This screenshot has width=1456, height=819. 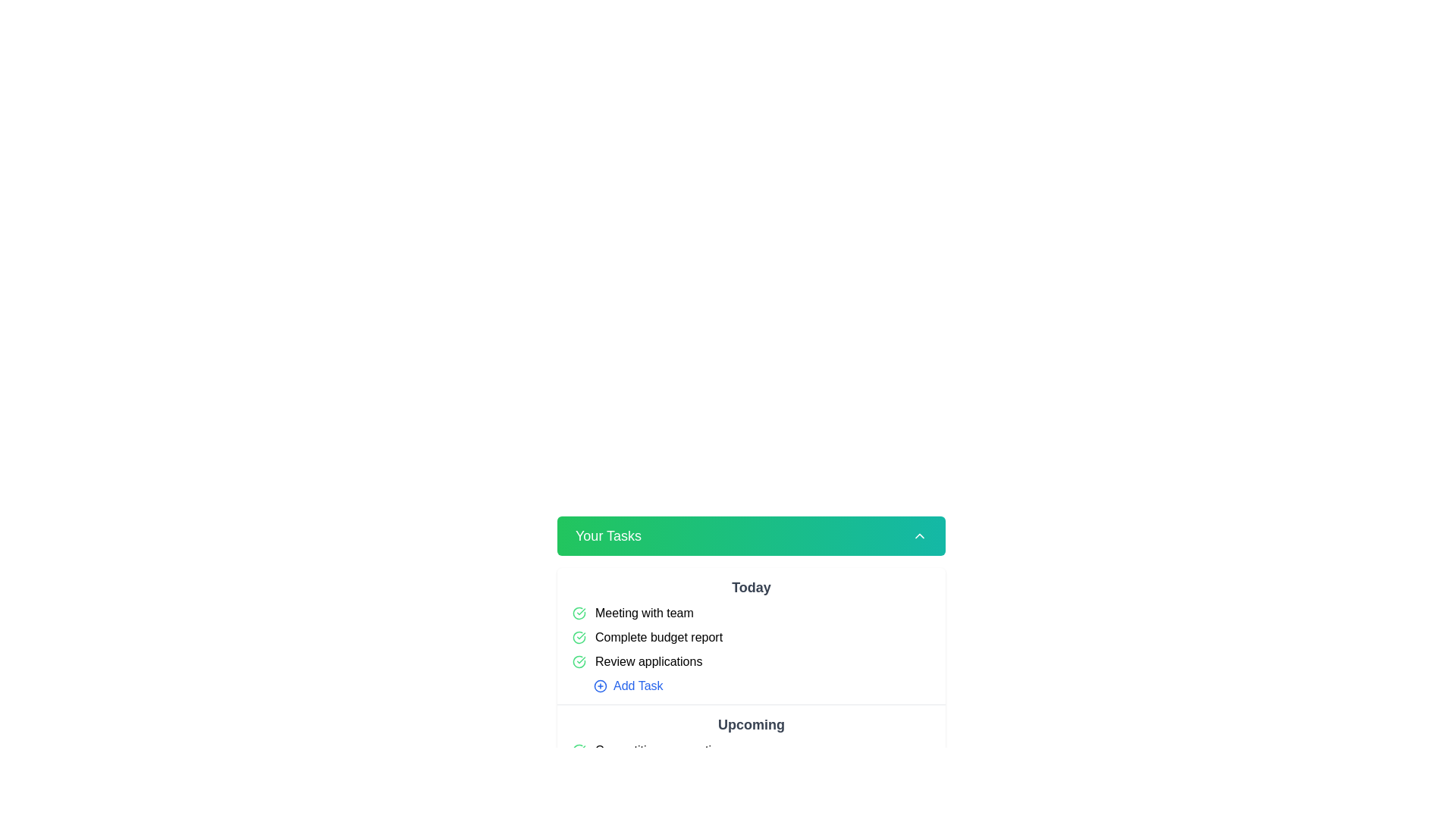 What do you see at coordinates (648, 661) in the screenshot?
I see `the 'Review applications' text label in the 'Your Tasks' section` at bounding box center [648, 661].